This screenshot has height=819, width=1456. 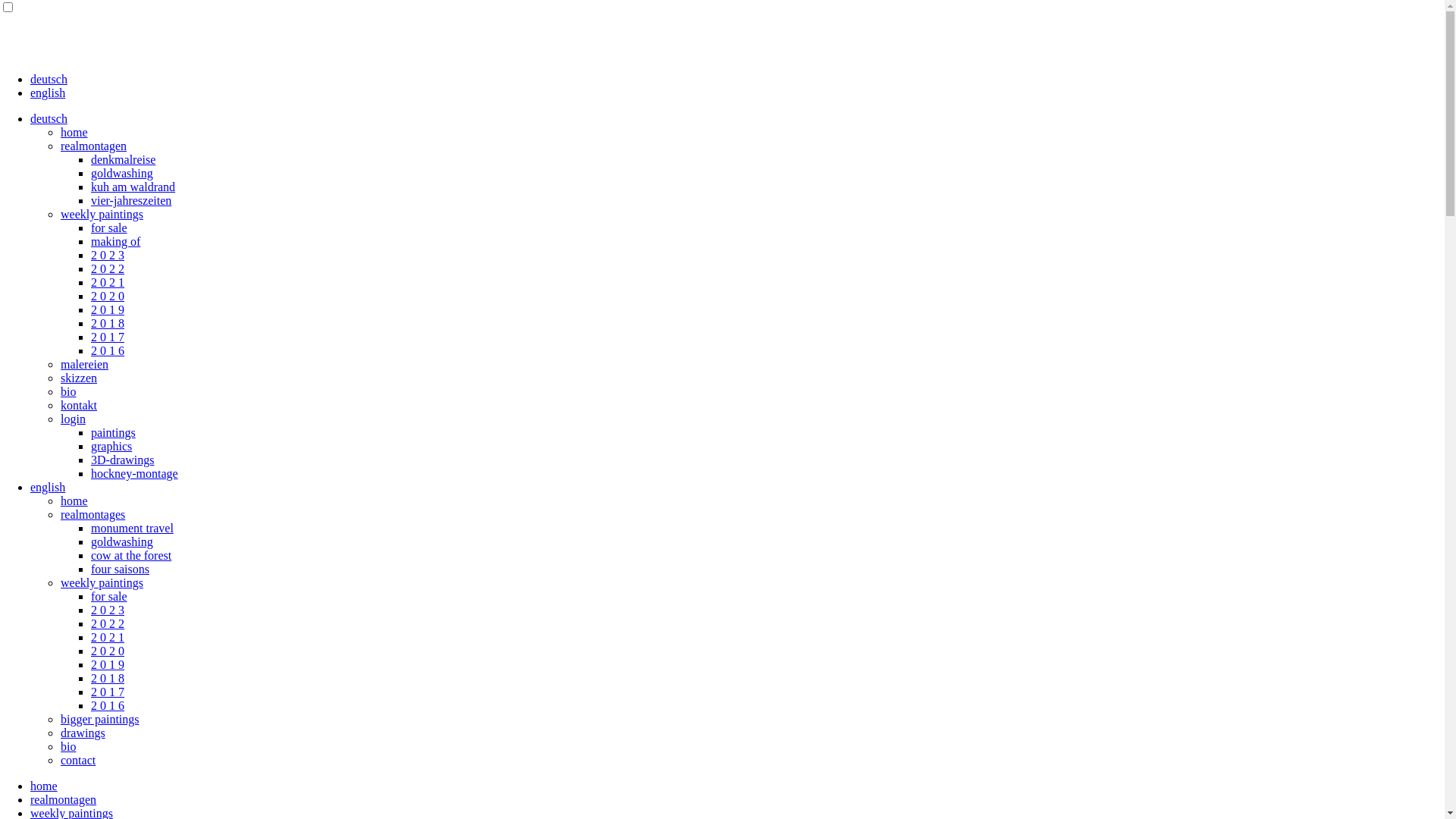 I want to click on 'drawings', so click(x=82, y=732).